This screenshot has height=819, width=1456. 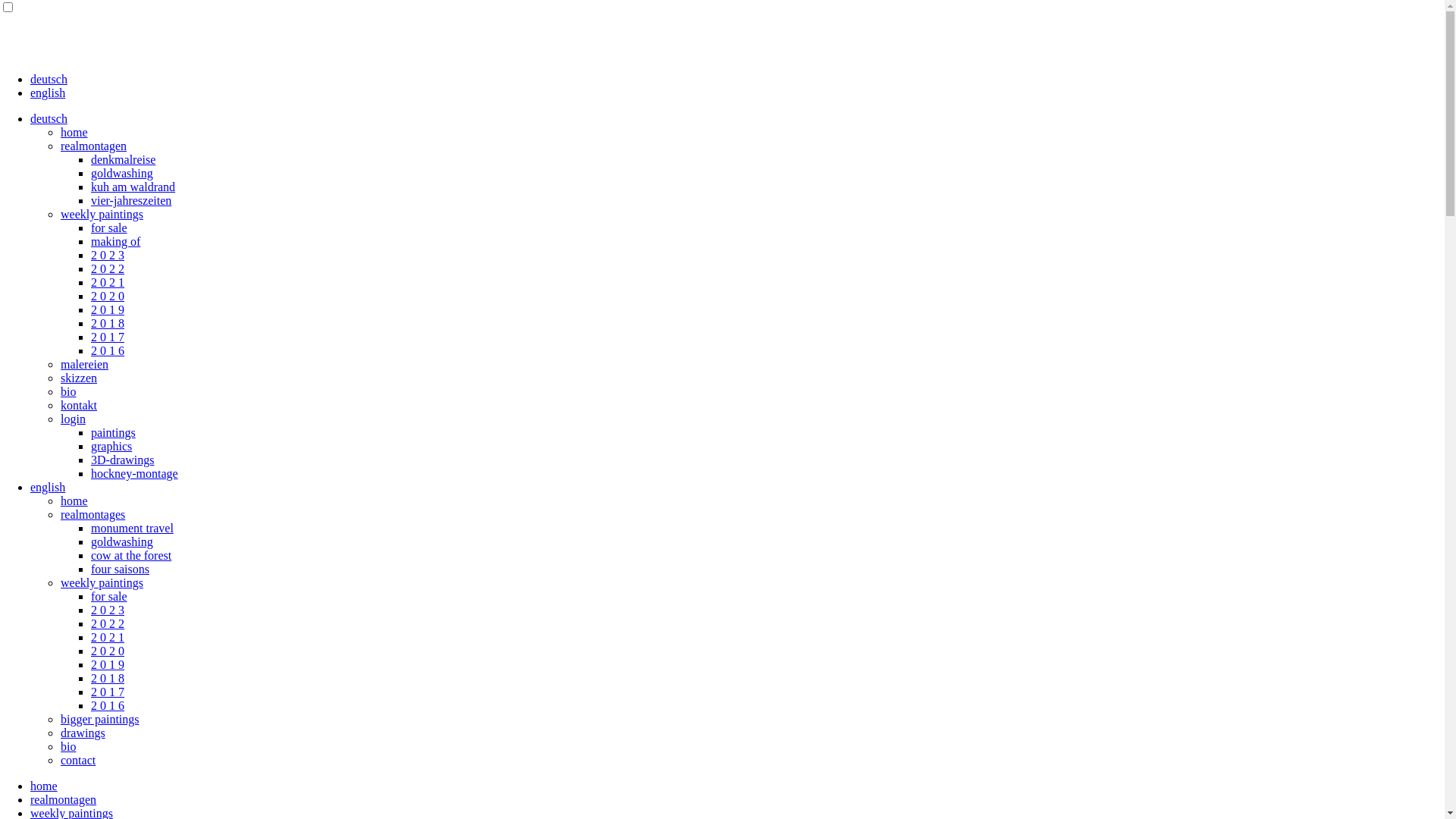 I want to click on 'drawings', so click(x=82, y=732).